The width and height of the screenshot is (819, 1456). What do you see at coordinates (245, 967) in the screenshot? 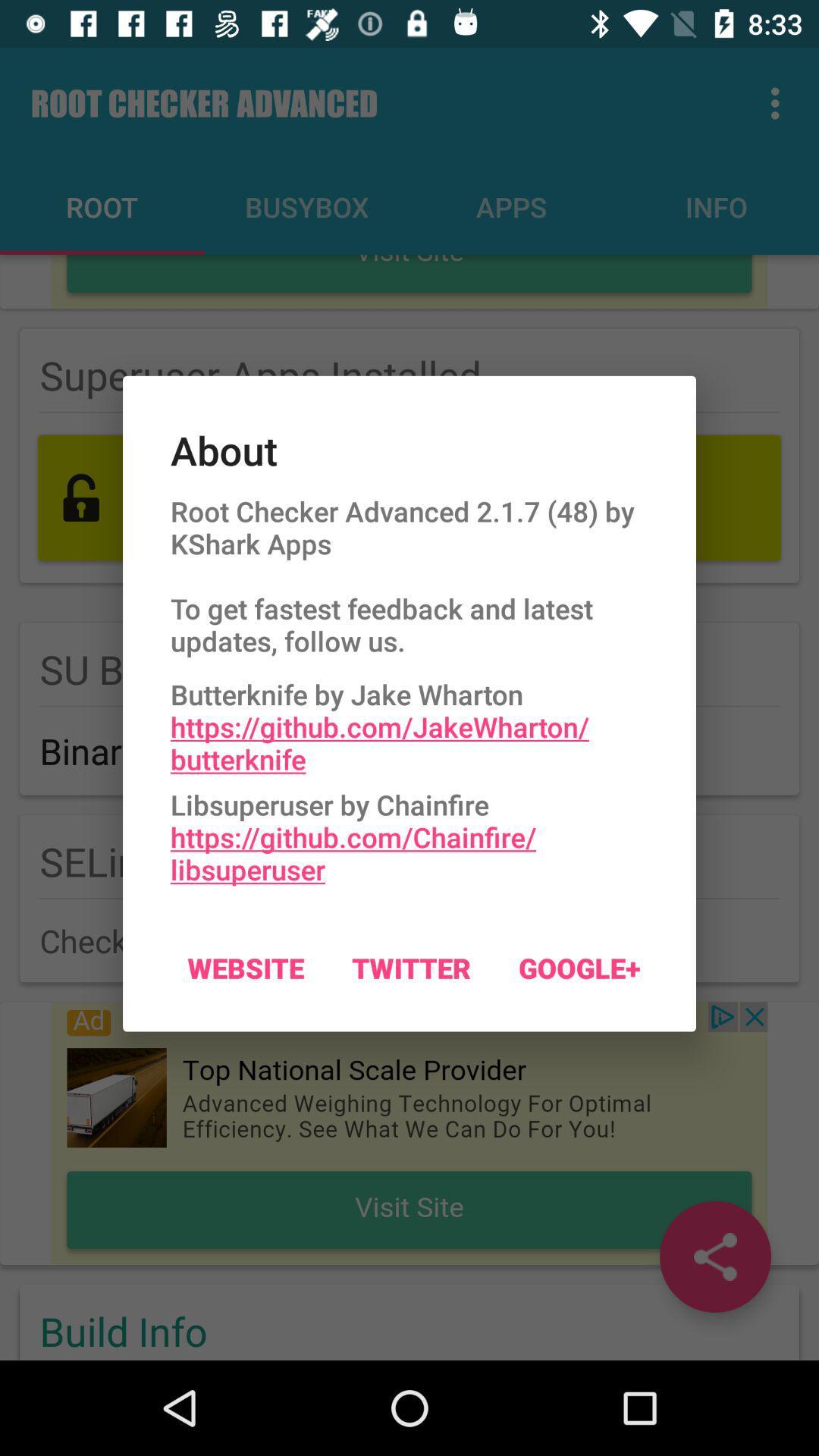
I see `the item to the left of twitter icon` at bounding box center [245, 967].